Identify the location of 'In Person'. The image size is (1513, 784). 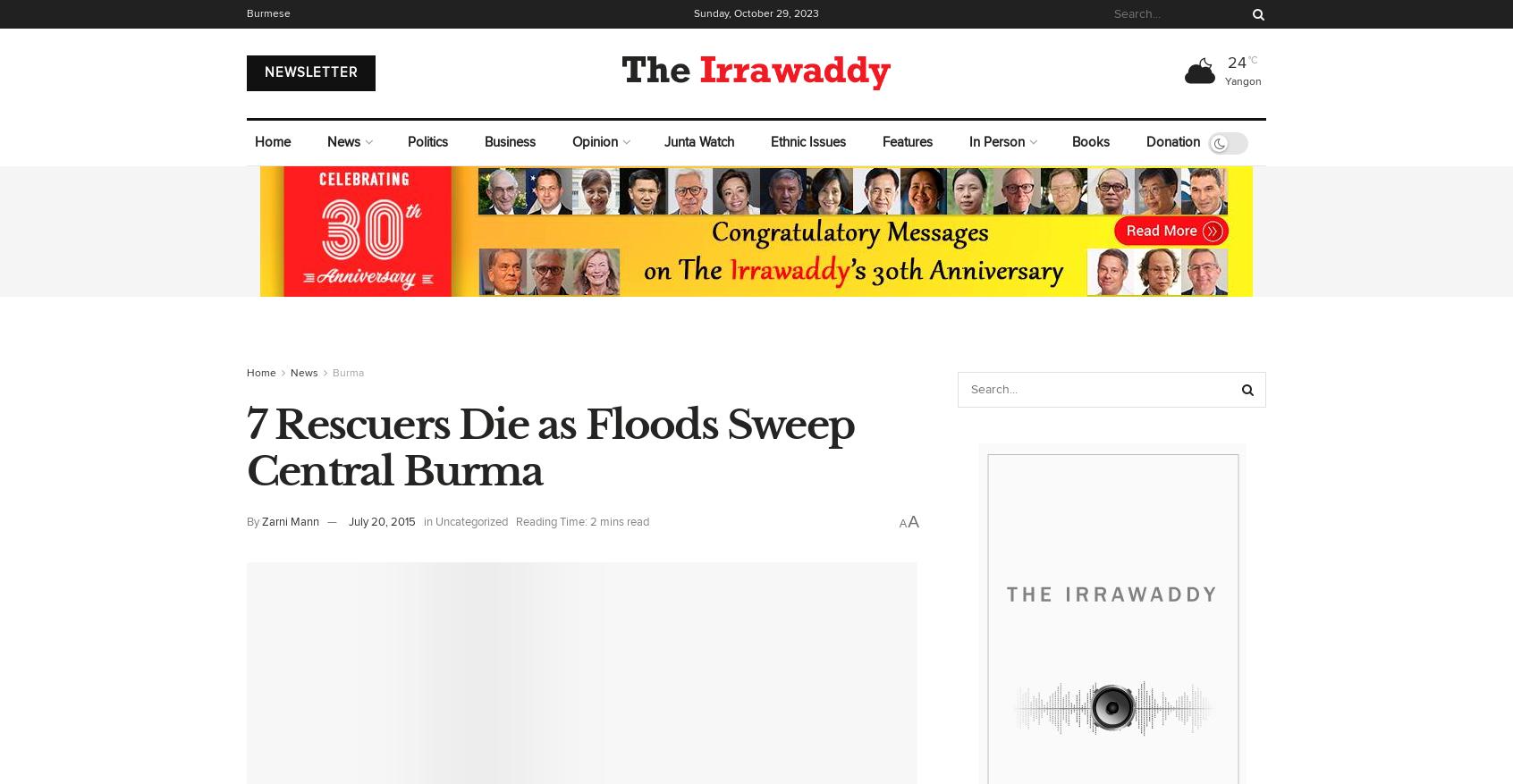
(996, 142).